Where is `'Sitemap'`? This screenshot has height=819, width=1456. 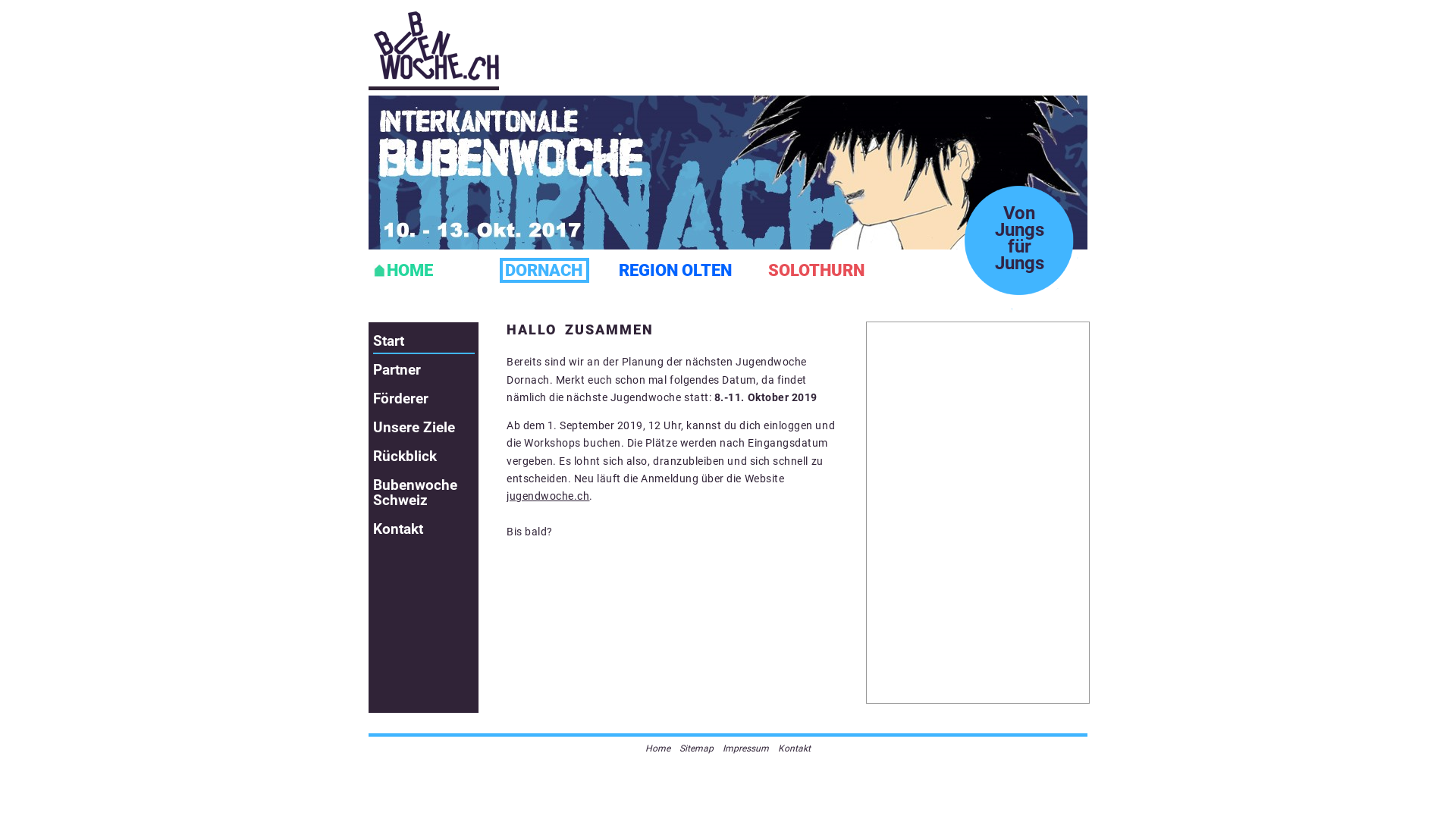 'Sitemap' is located at coordinates (695, 748).